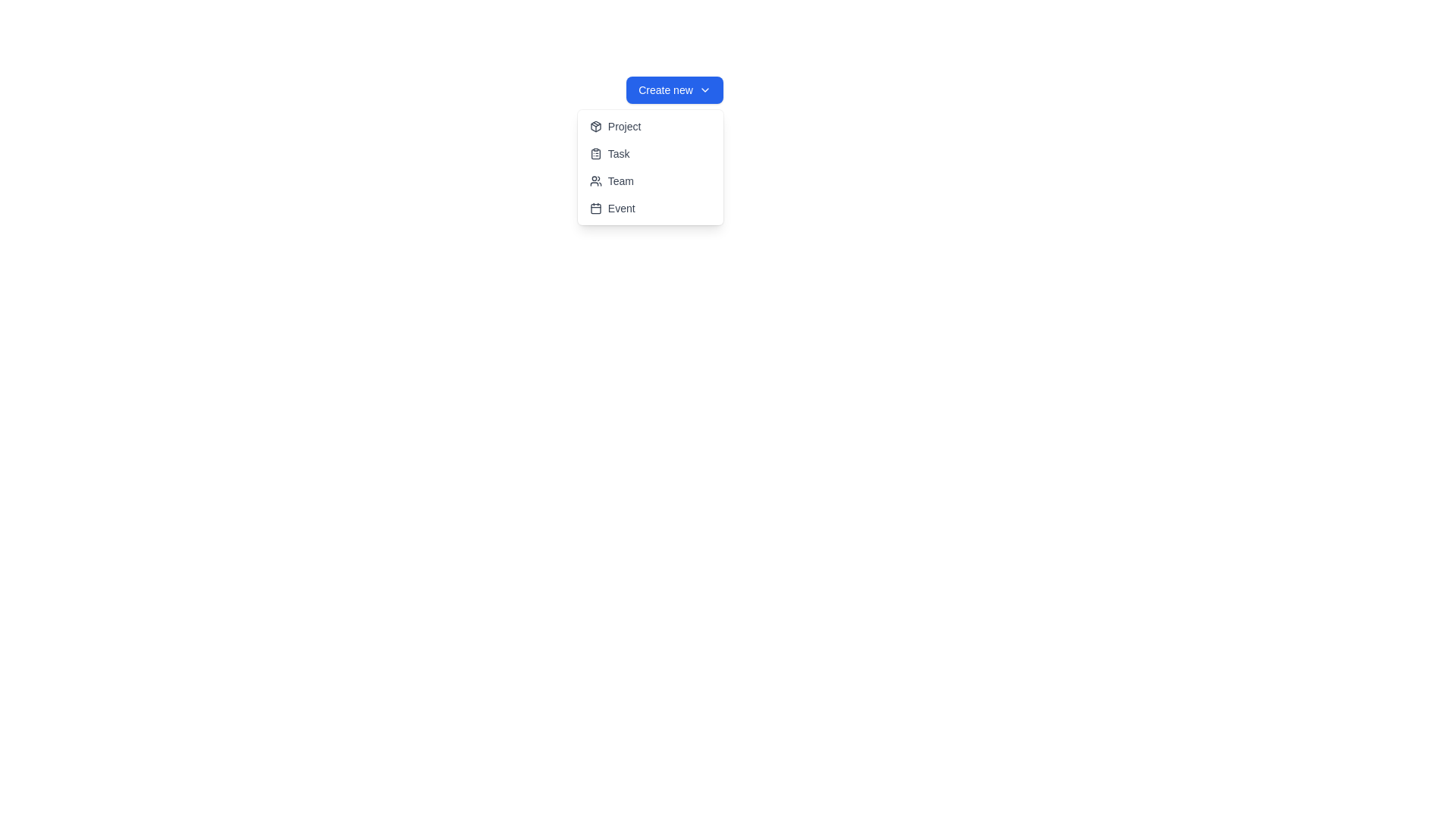 The image size is (1456, 819). I want to click on the 'Task' button, which is the second item, so click(650, 154).